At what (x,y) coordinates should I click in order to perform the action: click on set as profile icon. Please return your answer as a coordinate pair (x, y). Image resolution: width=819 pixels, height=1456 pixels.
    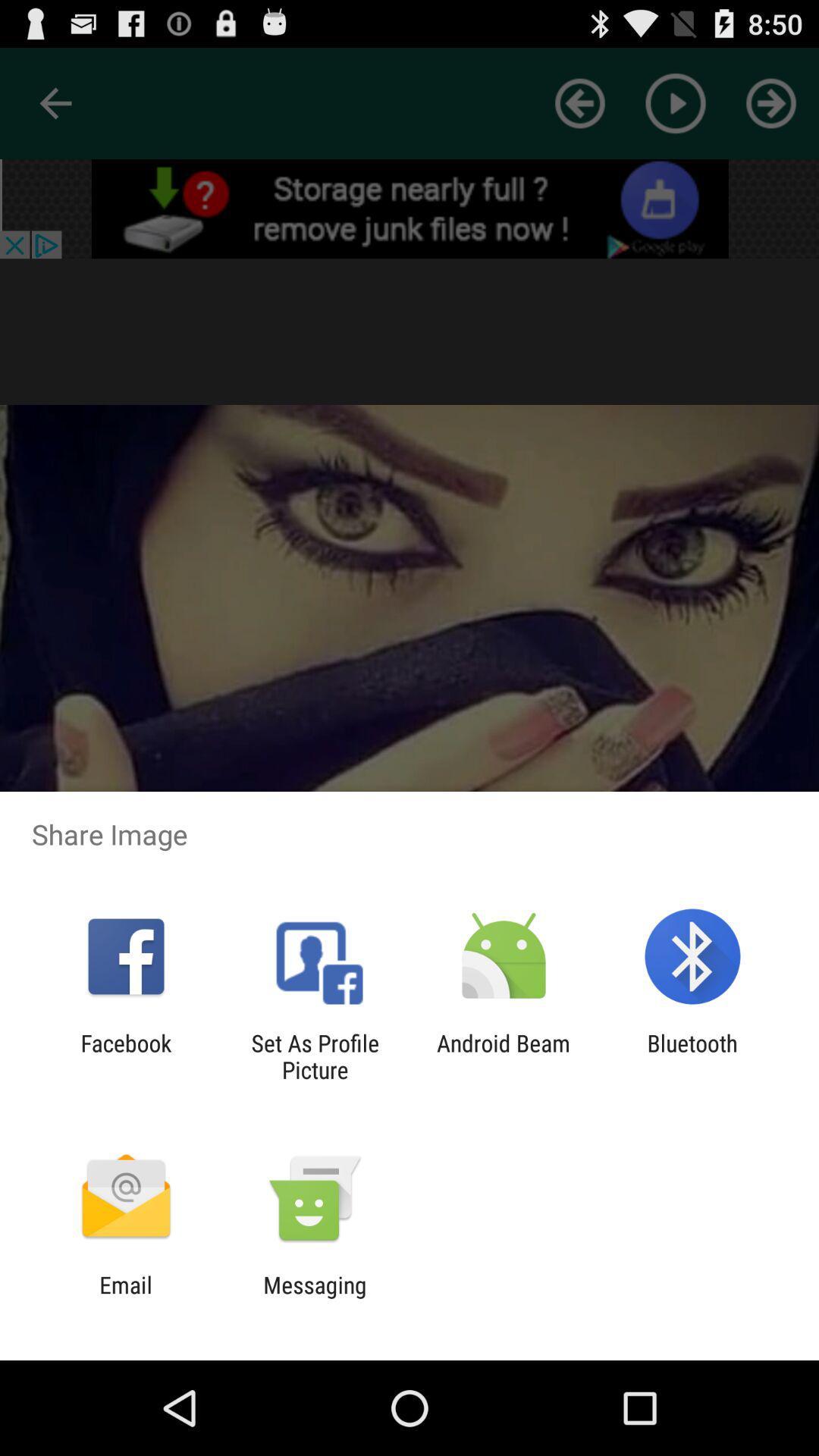
    Looking at the image, I should click on (314, 1056).